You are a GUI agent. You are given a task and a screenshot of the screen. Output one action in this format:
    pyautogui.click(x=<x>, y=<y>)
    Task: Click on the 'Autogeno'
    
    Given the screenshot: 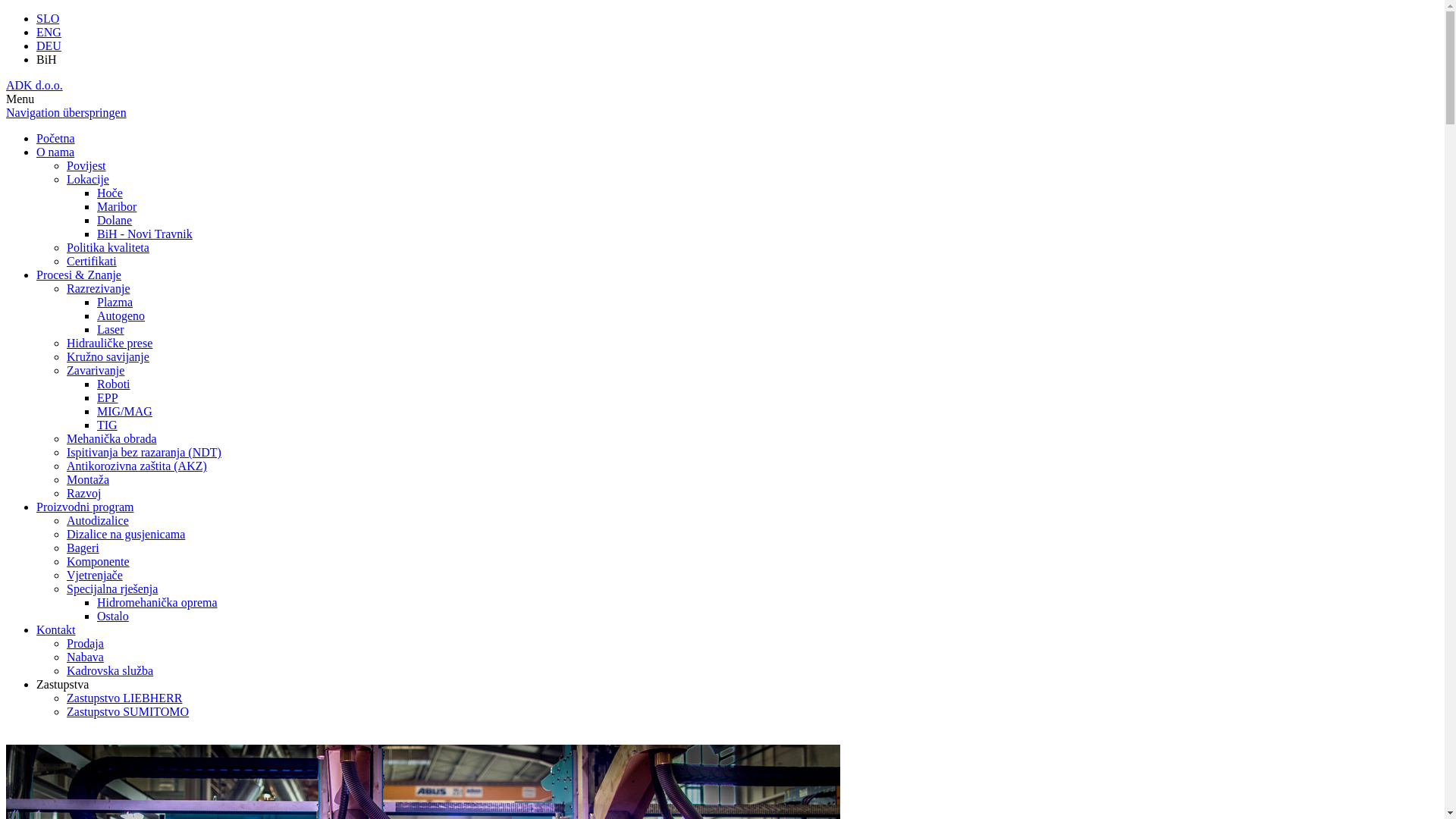 What is the action you would take?
    pyautogui.click(x=96, y=315)
    